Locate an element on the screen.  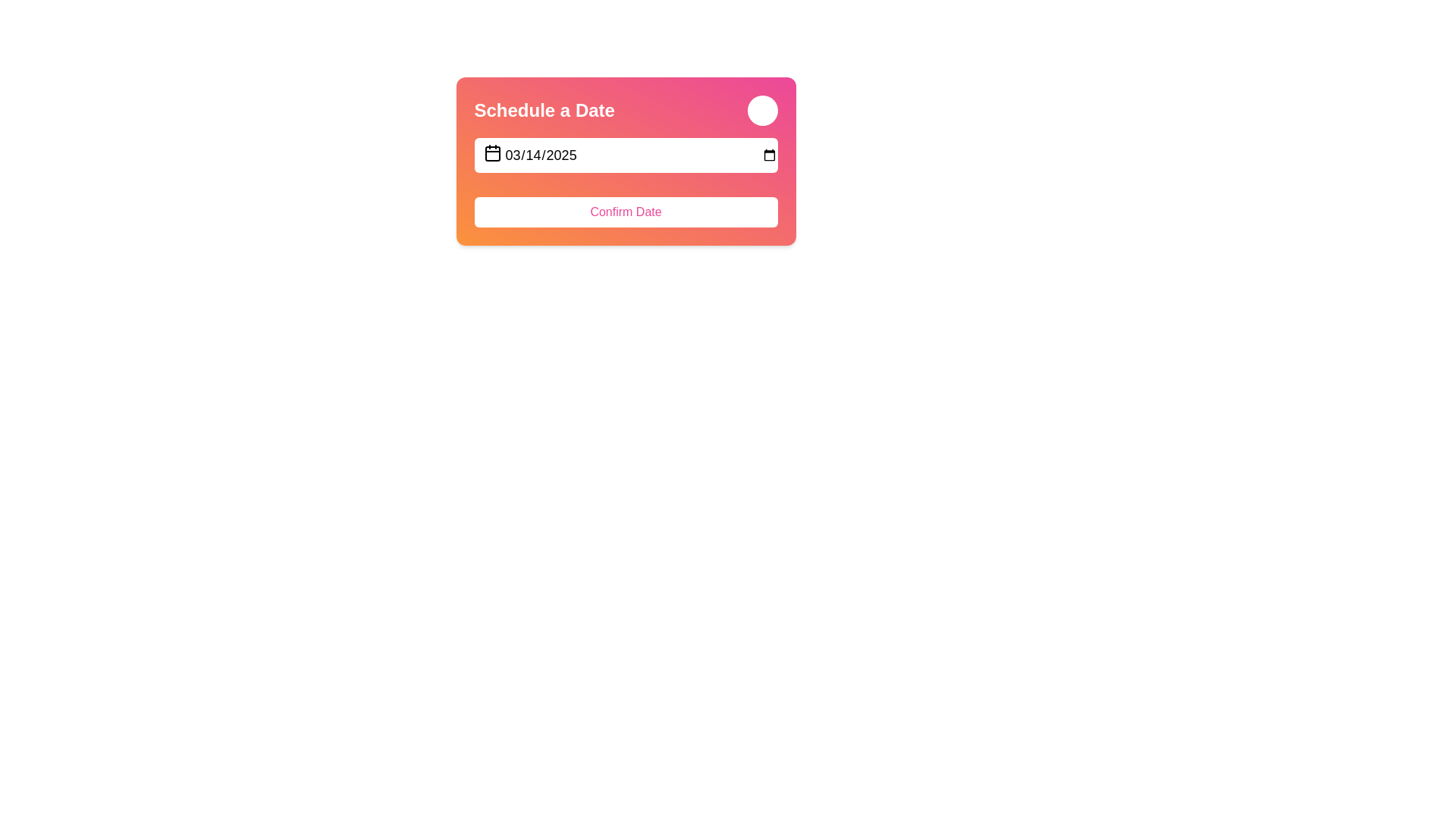
the 'Confirm Date' button, which has a white background, pink text, and a rounded border is located at coordinates (626, 212).